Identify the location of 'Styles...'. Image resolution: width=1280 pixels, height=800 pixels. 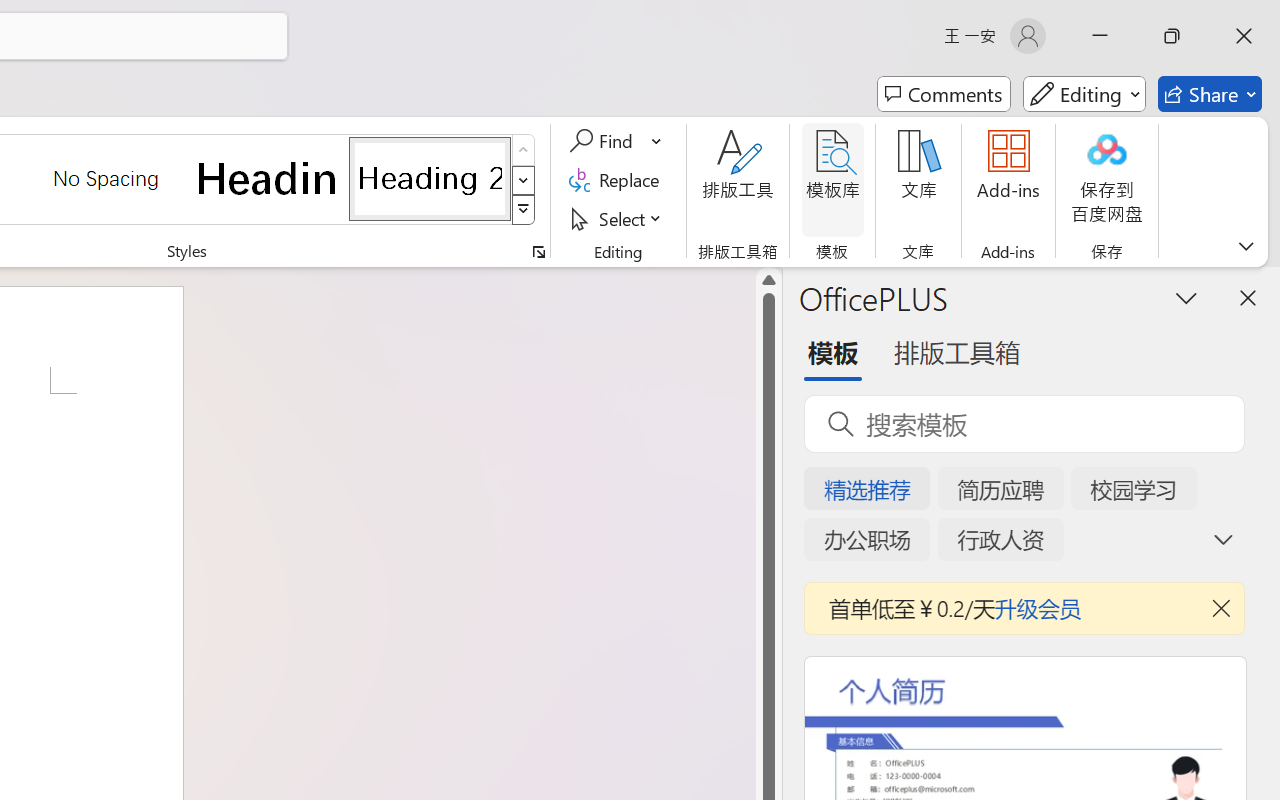
(538, 251).